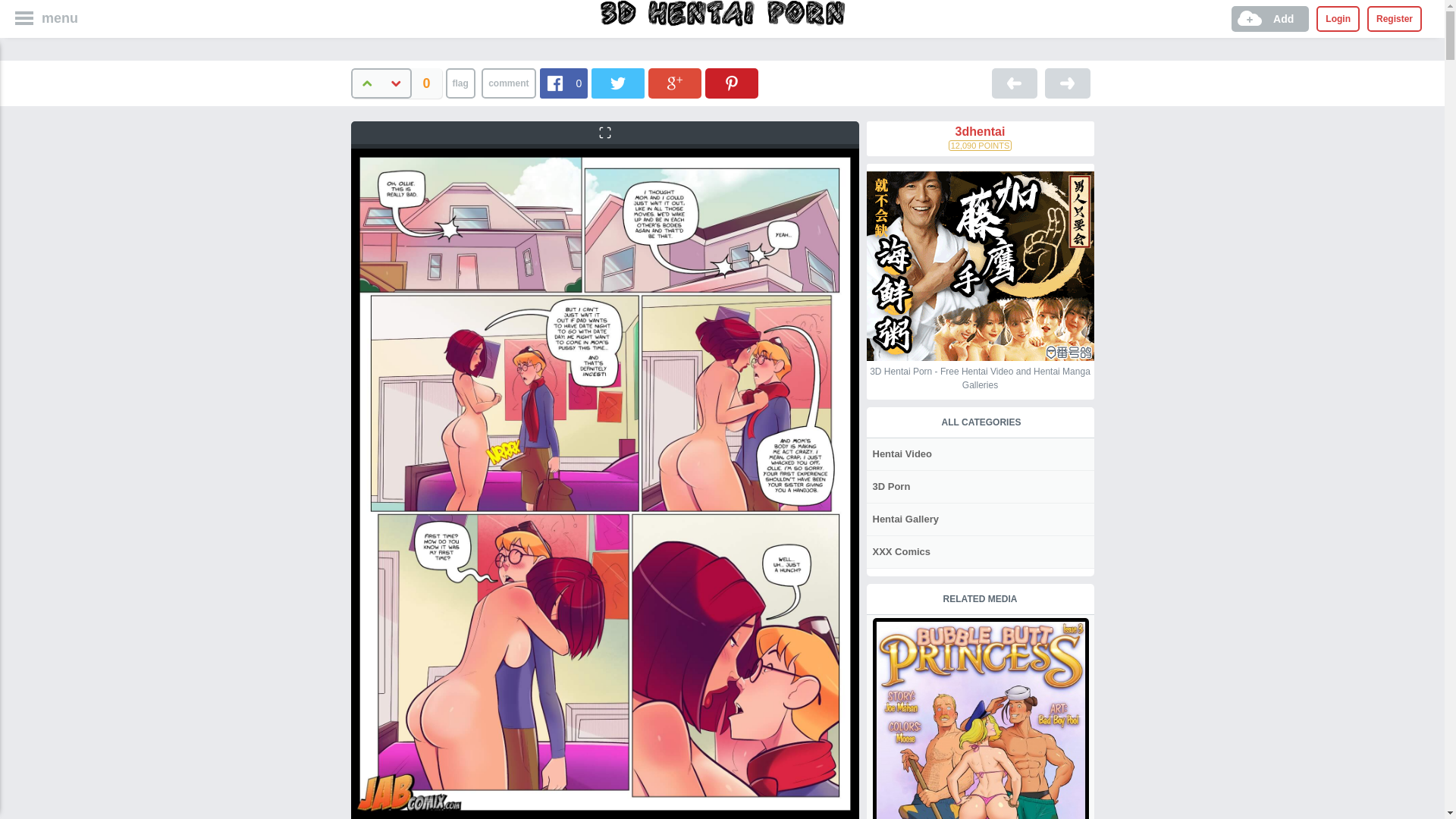 The height and width of the screenshot is (819, 1456). I want to click on 'flag', so click(460, 83).